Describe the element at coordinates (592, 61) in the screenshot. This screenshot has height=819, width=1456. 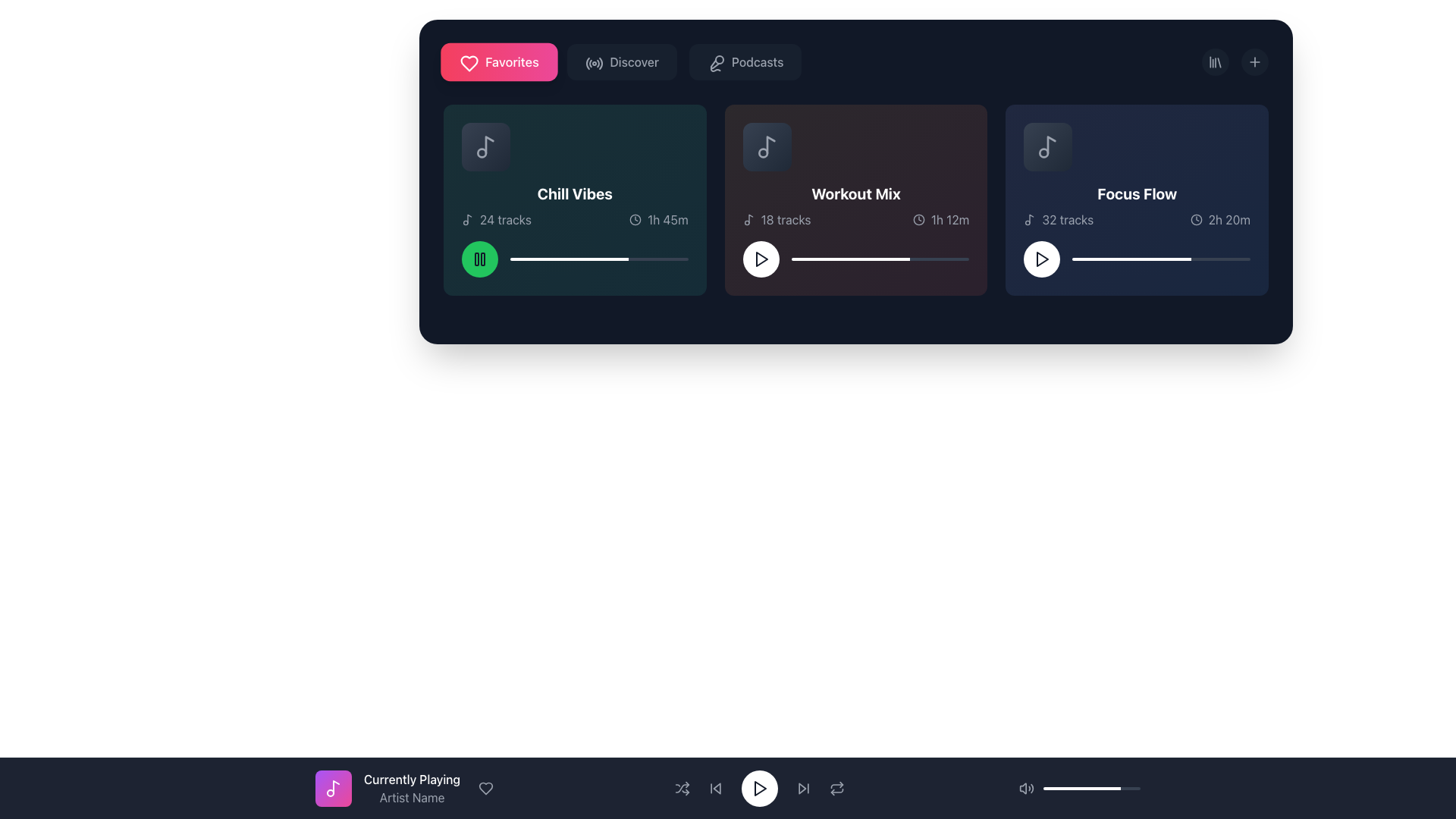
I see `the decorative icon that enhances the visual appeal of the 'Discover' menu option, located immediately following the 'Favorites' button in the navigation bar` at that location.